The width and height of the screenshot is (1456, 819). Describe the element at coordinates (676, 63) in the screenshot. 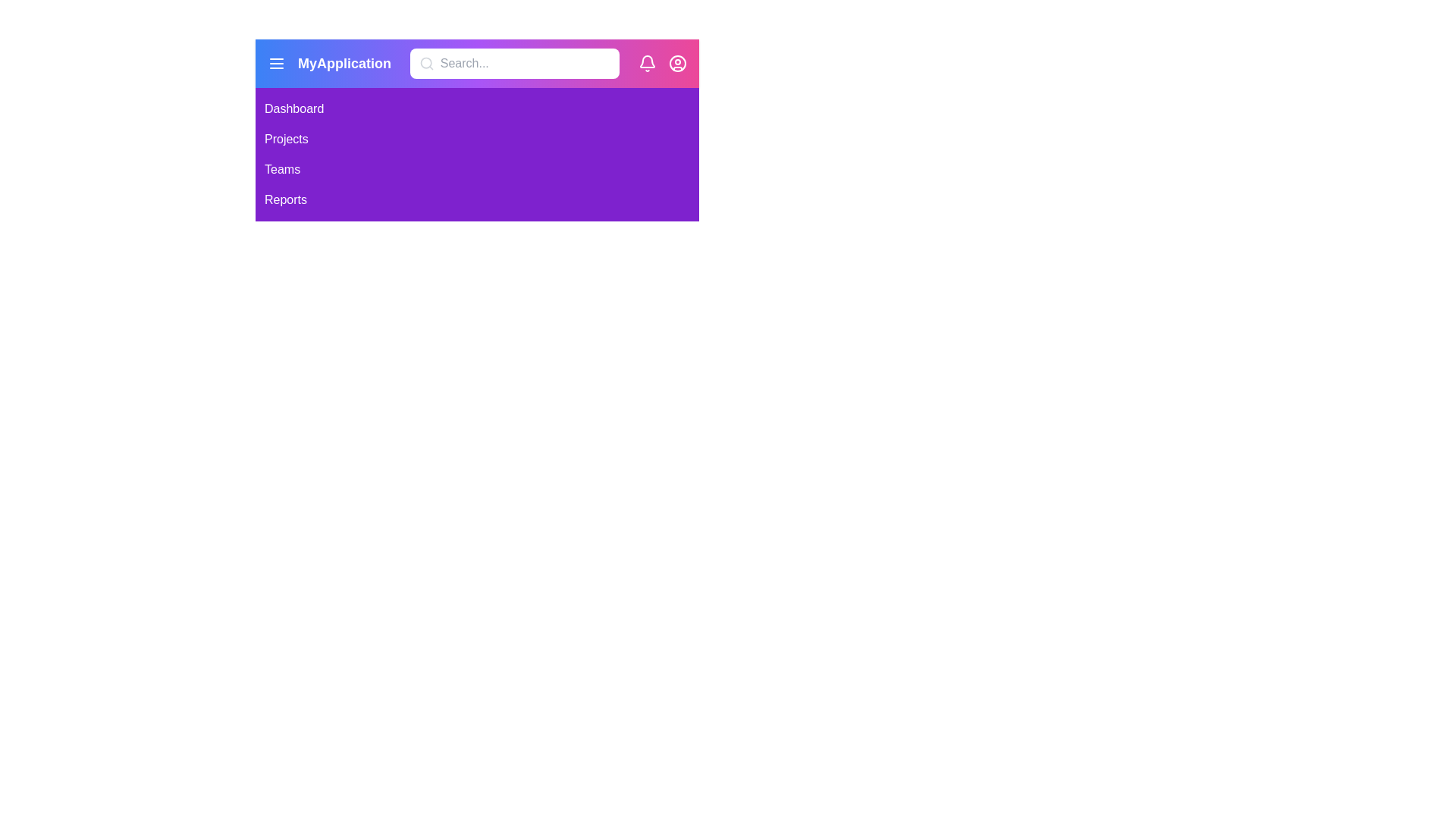

I see `the user icon to access user options` at that location.